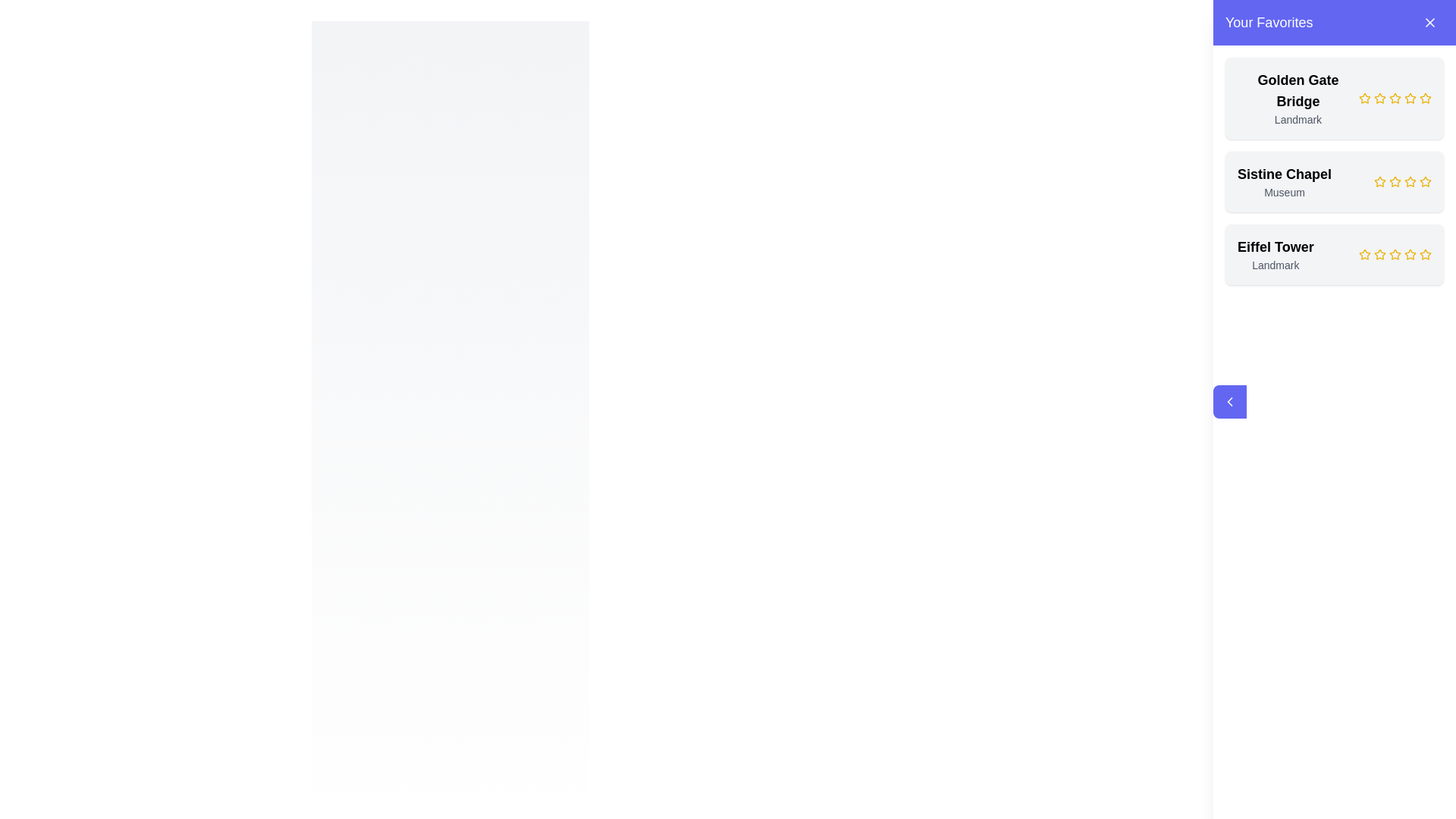  Describe the element at coordinates (1379, 99) in the screenshot. I see `the third Decorative star icon in the star rating system next to the text 'Golden Gate Bridge' to interact with it` at that location.